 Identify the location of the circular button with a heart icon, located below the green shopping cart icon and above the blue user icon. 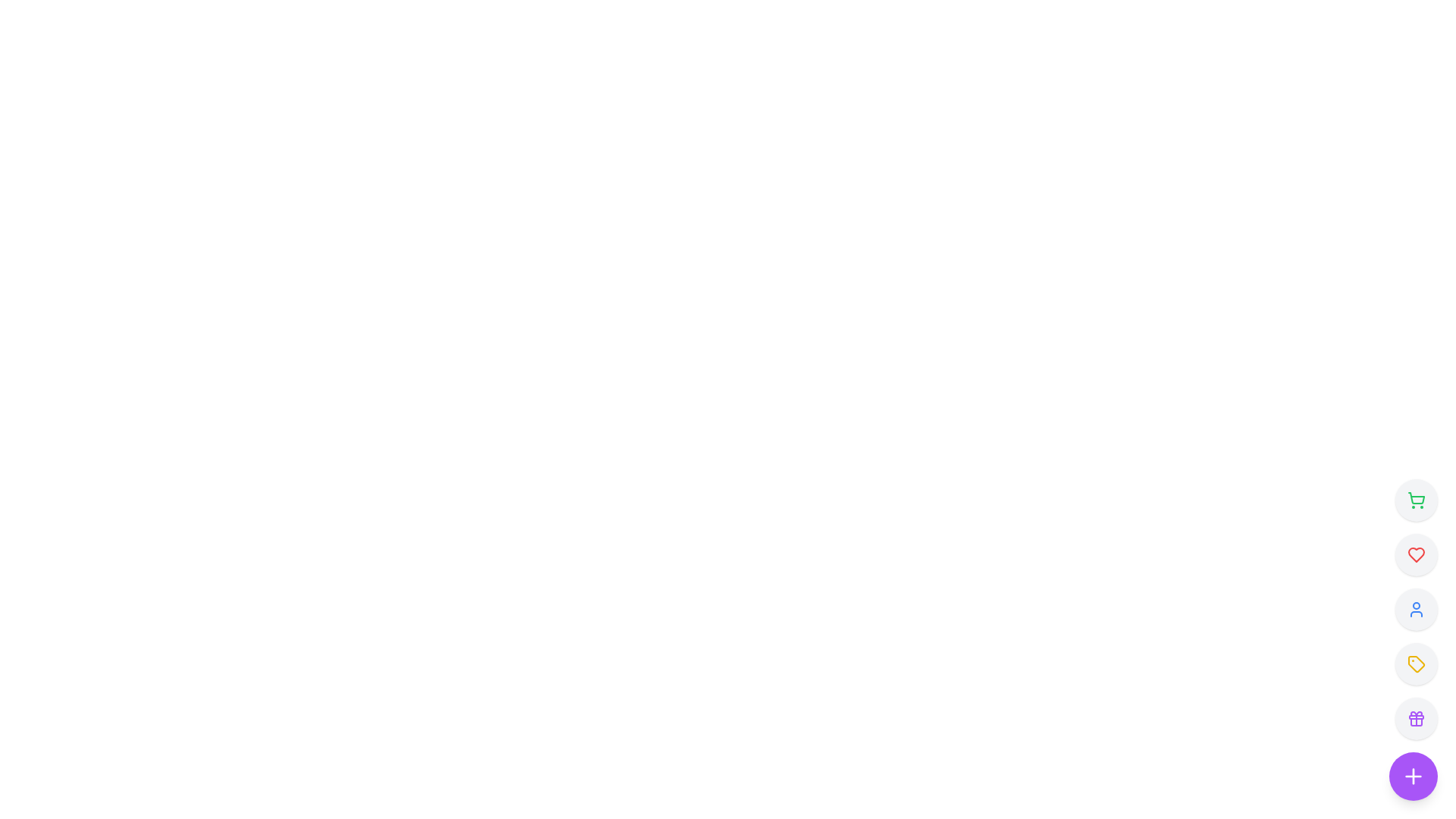
(1415, 555).